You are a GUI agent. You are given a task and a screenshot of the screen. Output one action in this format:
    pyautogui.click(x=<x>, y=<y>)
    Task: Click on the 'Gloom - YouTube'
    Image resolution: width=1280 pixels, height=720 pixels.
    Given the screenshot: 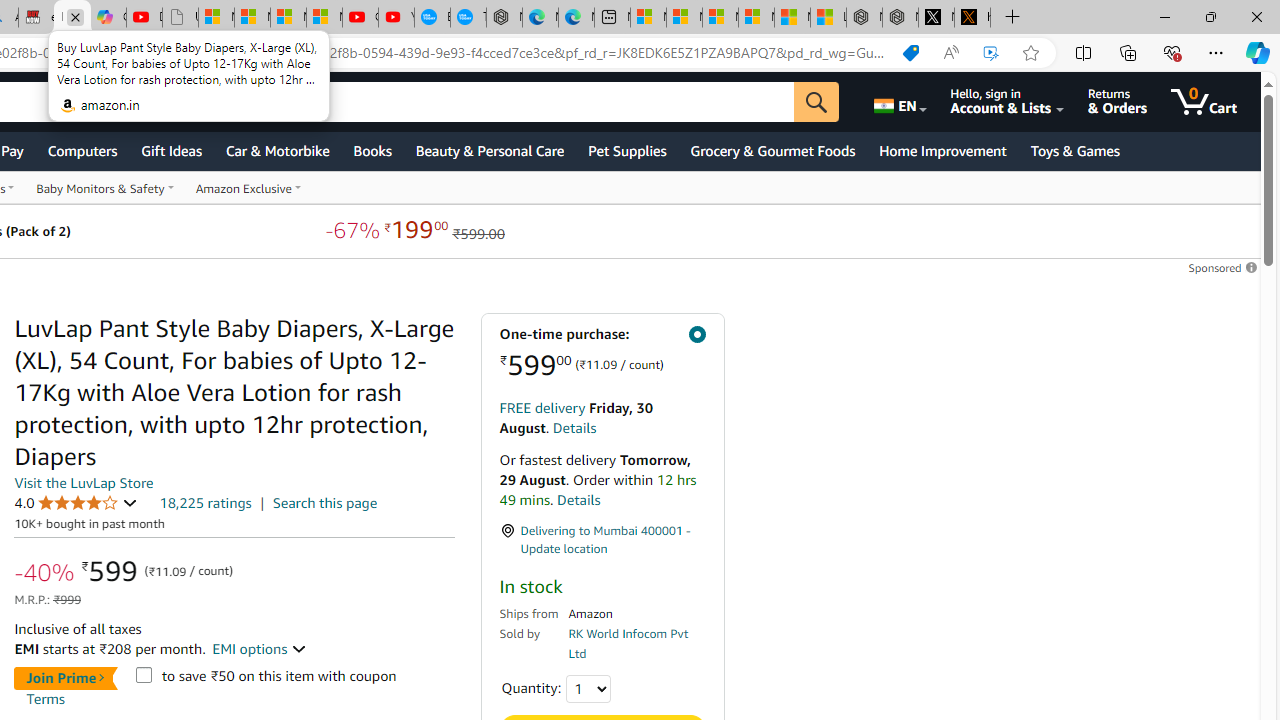 What is the action you would take?
    pyautogui.click(x=360, y=17)
    